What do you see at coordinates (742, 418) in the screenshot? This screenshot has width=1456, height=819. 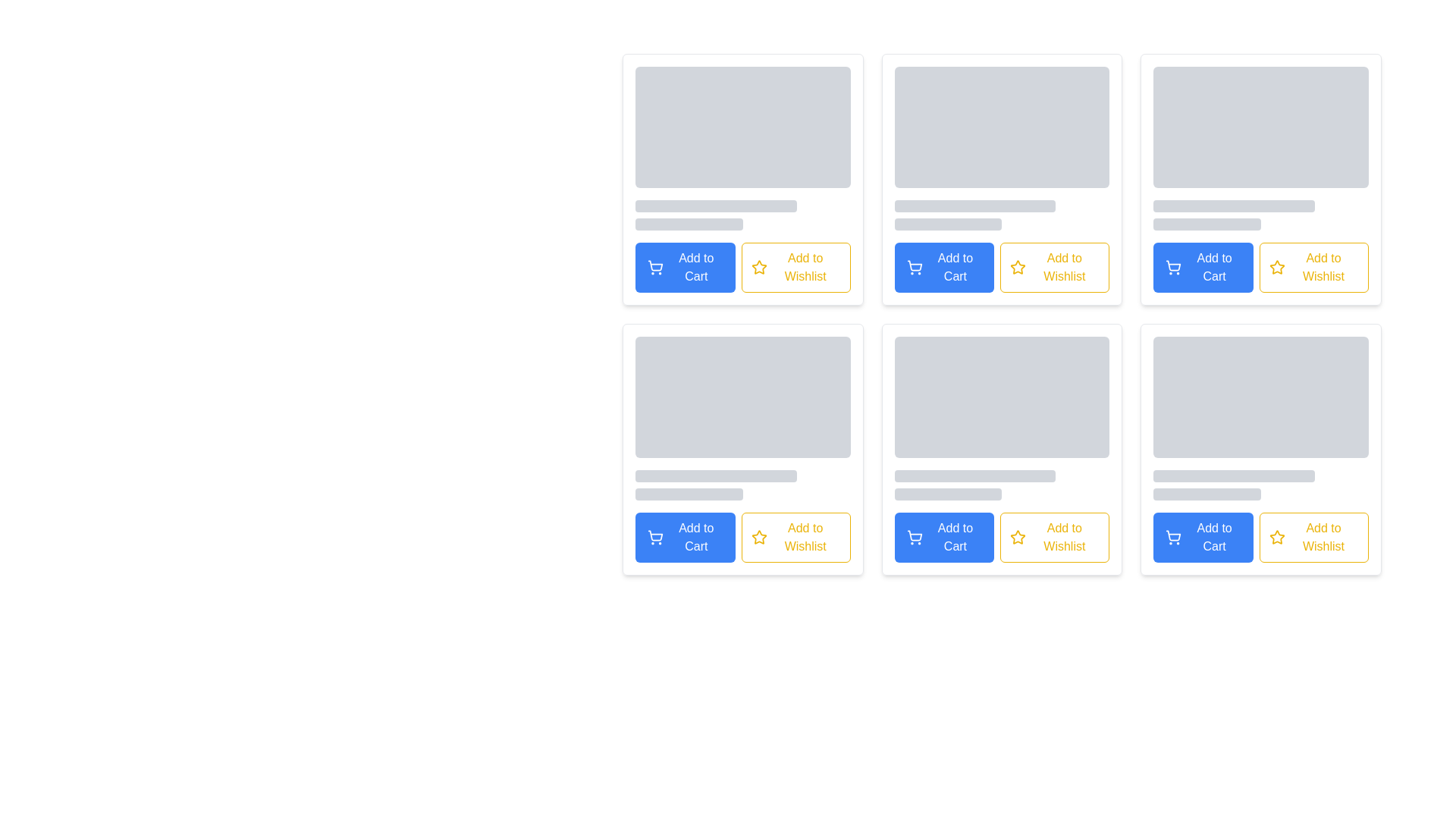 I see `the loading indicator located at the top of the card in the second row, first column of the grid structure, which serves as a placeholder for loading content` at bounding box center [742, 418].